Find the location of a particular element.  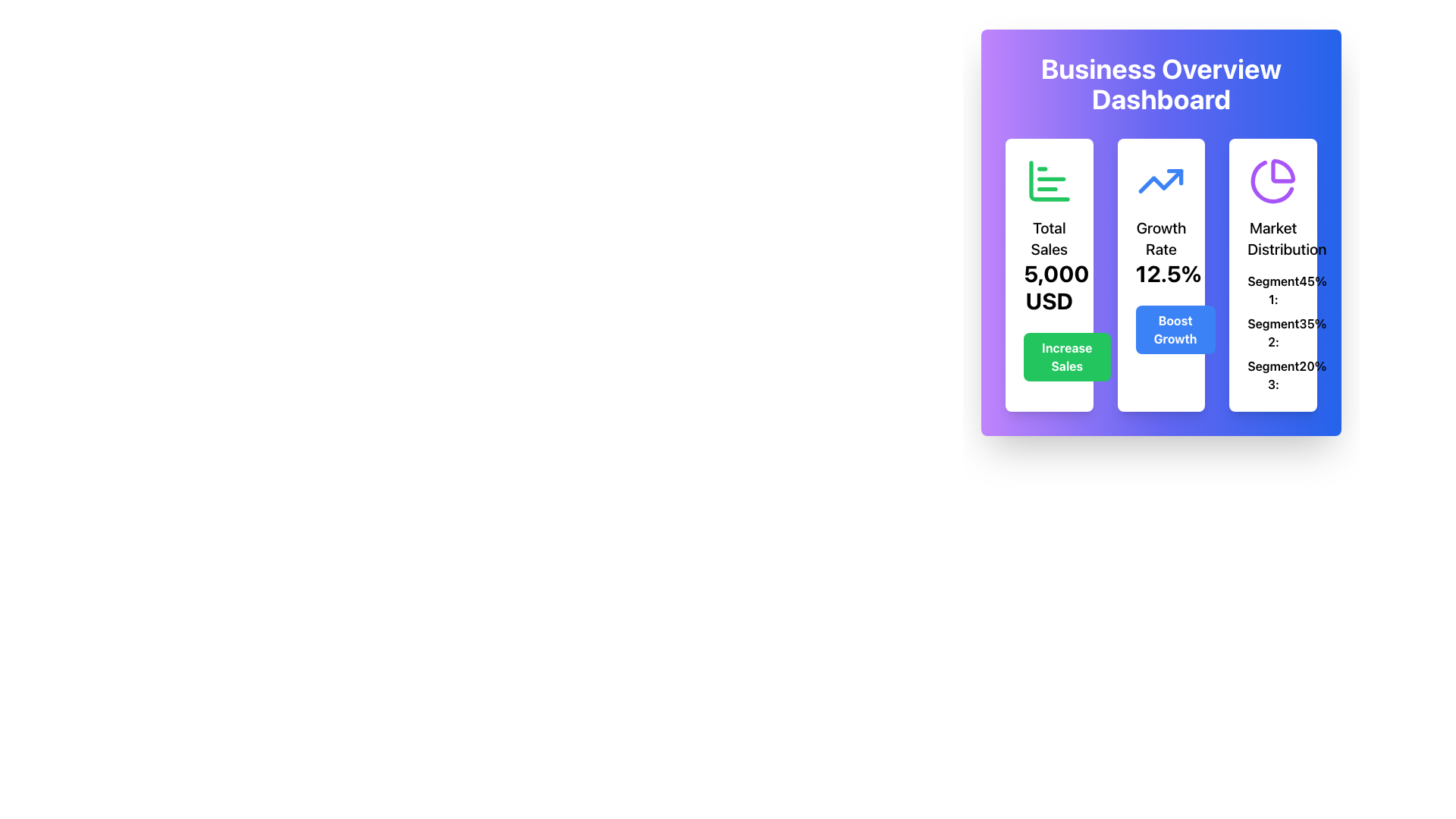

the text label identifying a segment within the 'Market Distribution' column of the dashboard for accessibility navigation is located at coordinates (1273, 332).